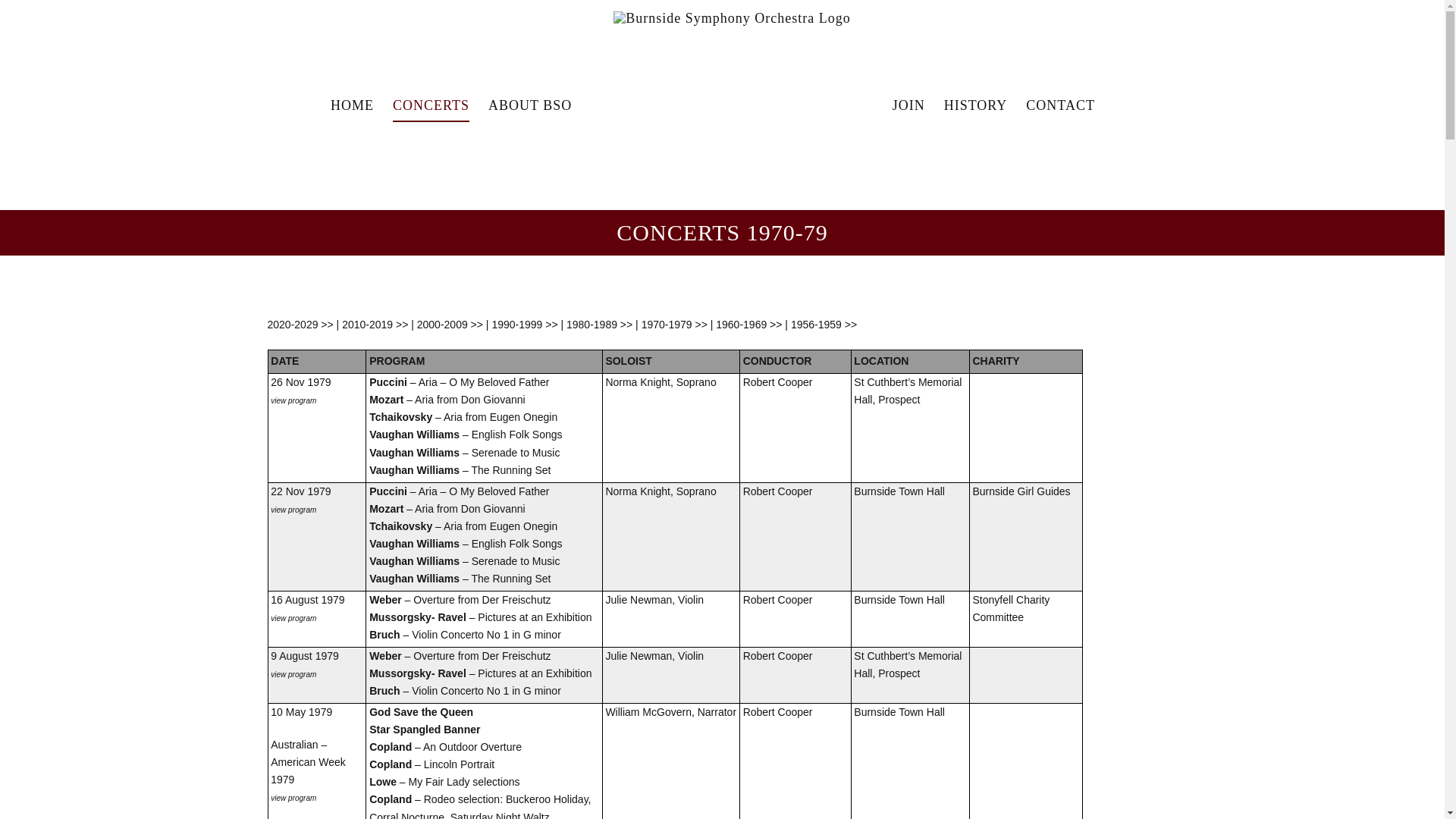 Image resolution: width=1456 pixels, height=819 pixels. Describe the element at coordinates (393, 104) in the screenshot. I see `'CONCERTS'` at that location.